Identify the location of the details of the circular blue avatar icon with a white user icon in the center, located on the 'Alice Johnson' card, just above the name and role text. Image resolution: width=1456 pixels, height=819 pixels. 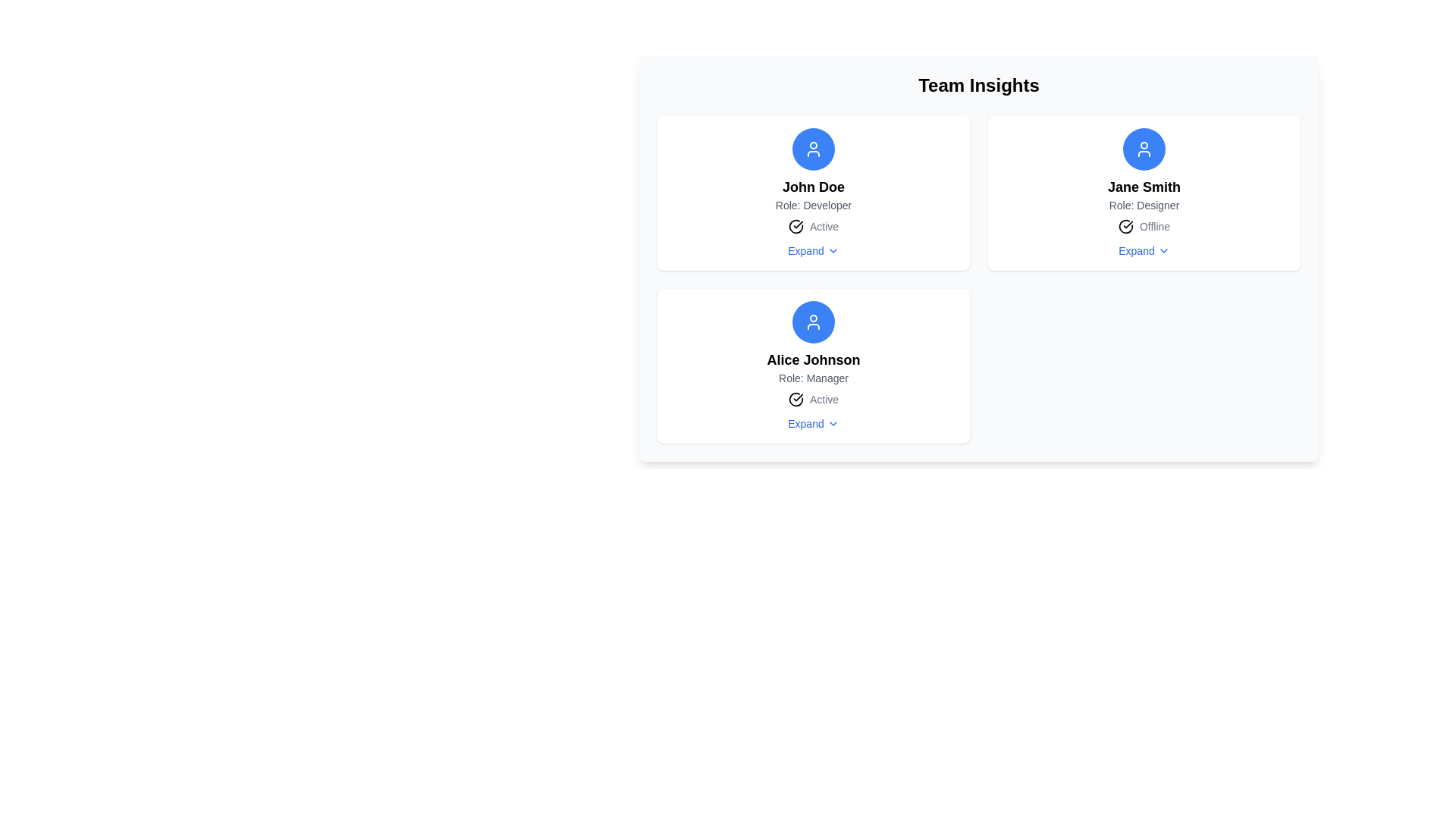
(813, 321).